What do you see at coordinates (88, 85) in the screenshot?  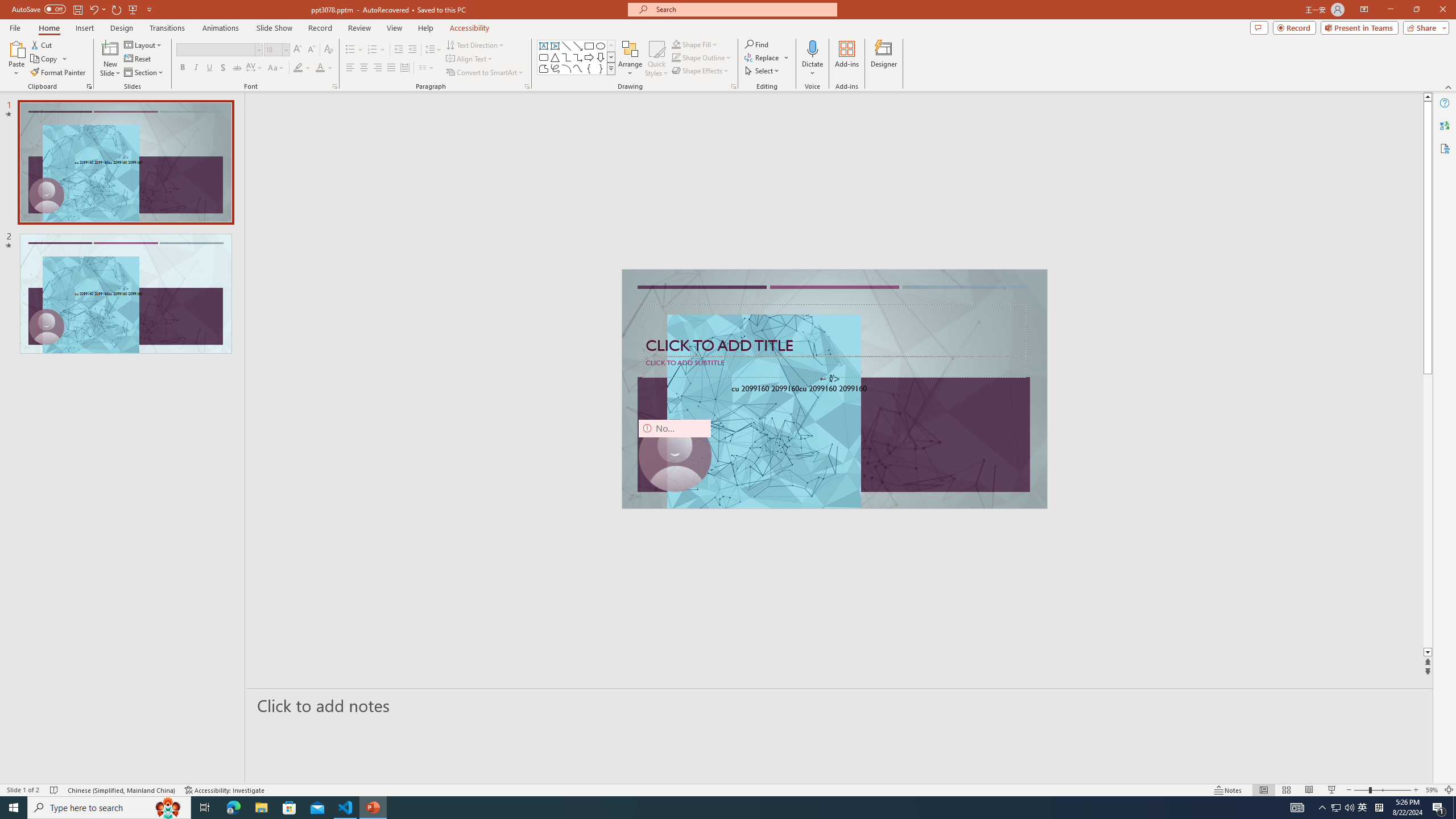 I see `'Office Clipboard...'` at bounding box center [88, 85].